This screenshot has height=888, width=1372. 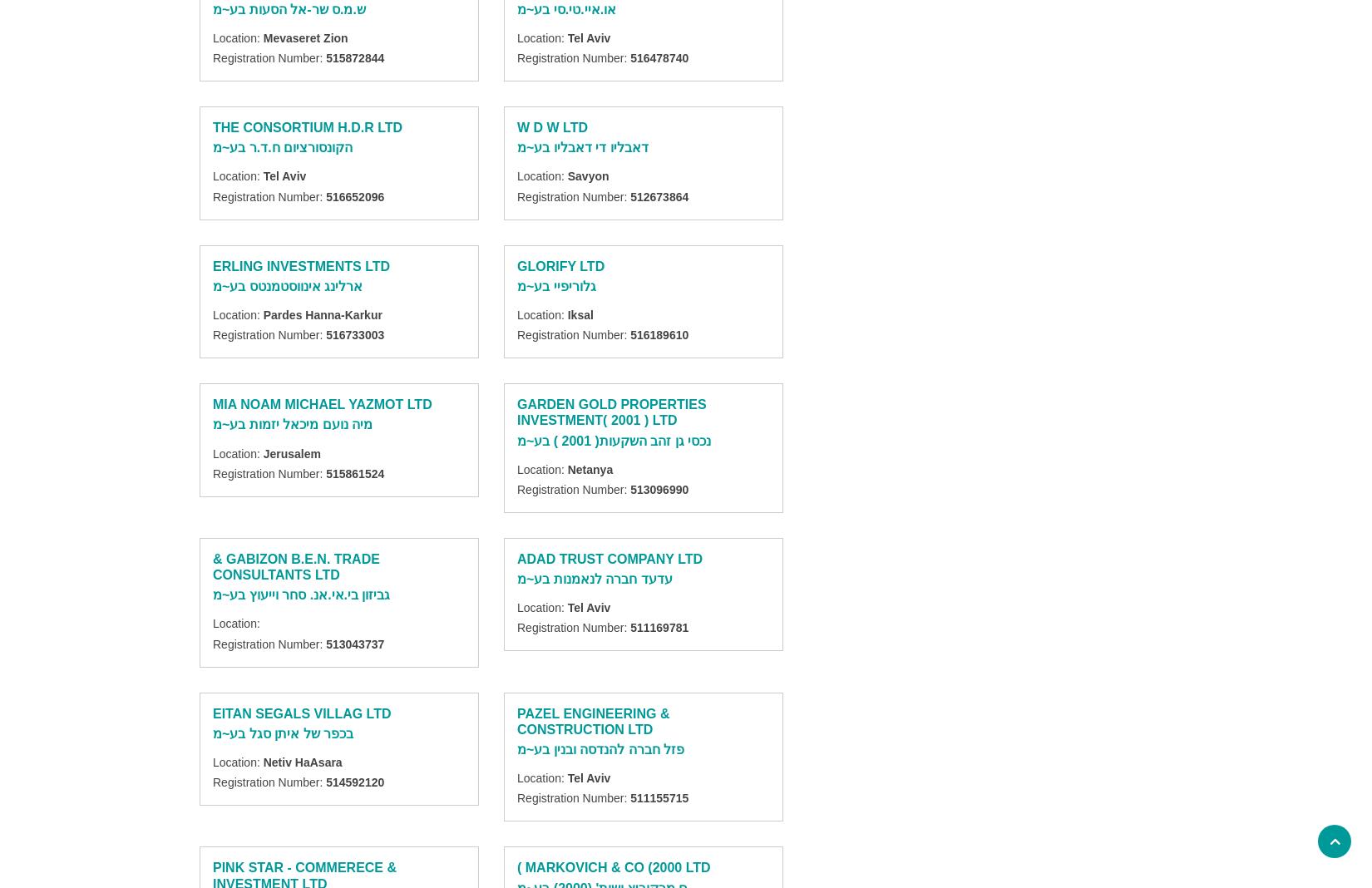 What do you see at coordinates (613, 440) in the screenshot?
I see `'נכסי גן זהב השקעות( 2001 ) בע~מ'` at bounding box center [613, 440].